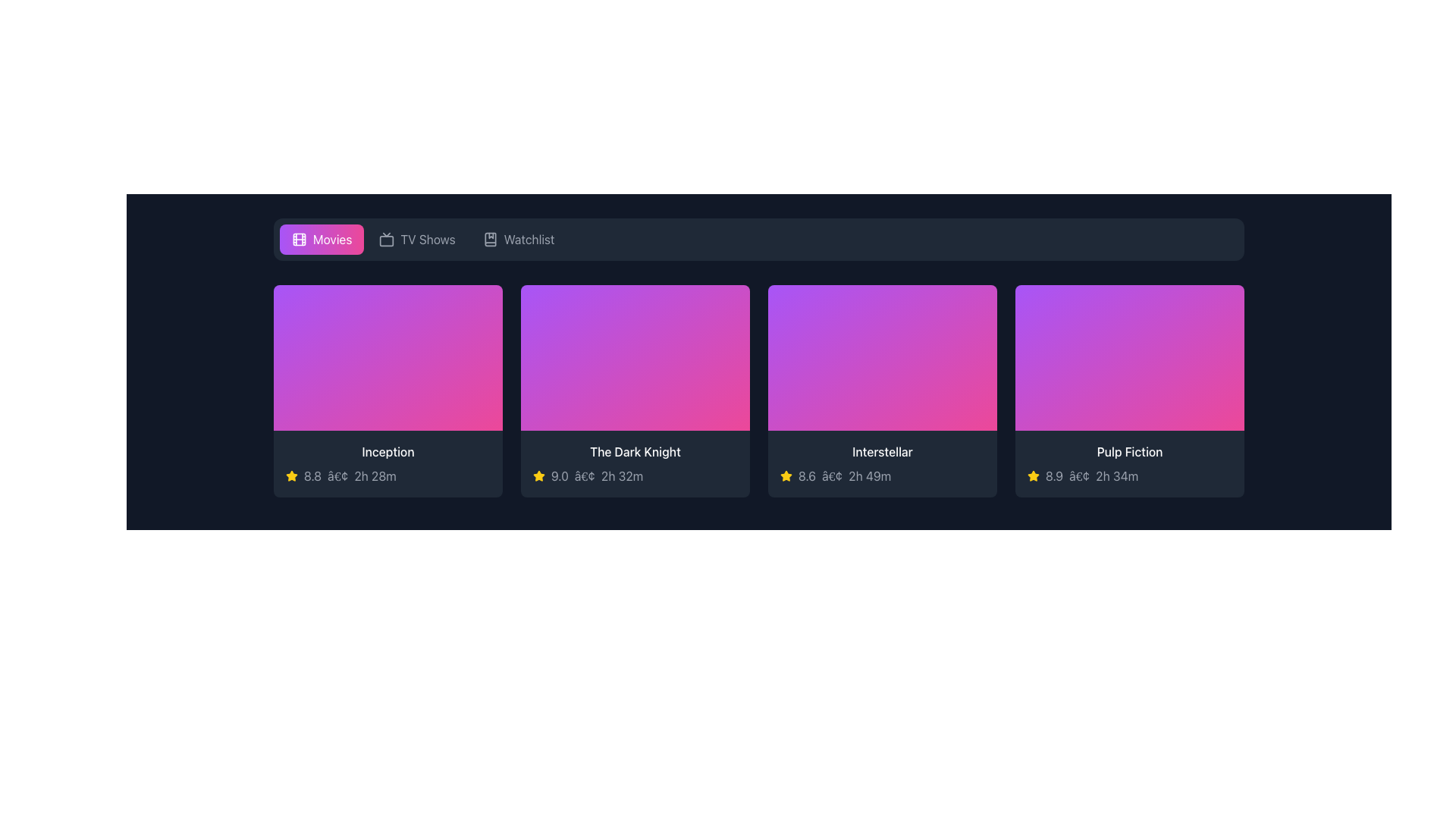 The image size is (1456, 819). What do you see at coordinates (519, 239) in the screenshot?
I see `the 'Watchlist' button located within the navigation bar` at bounding box center [519, 239].